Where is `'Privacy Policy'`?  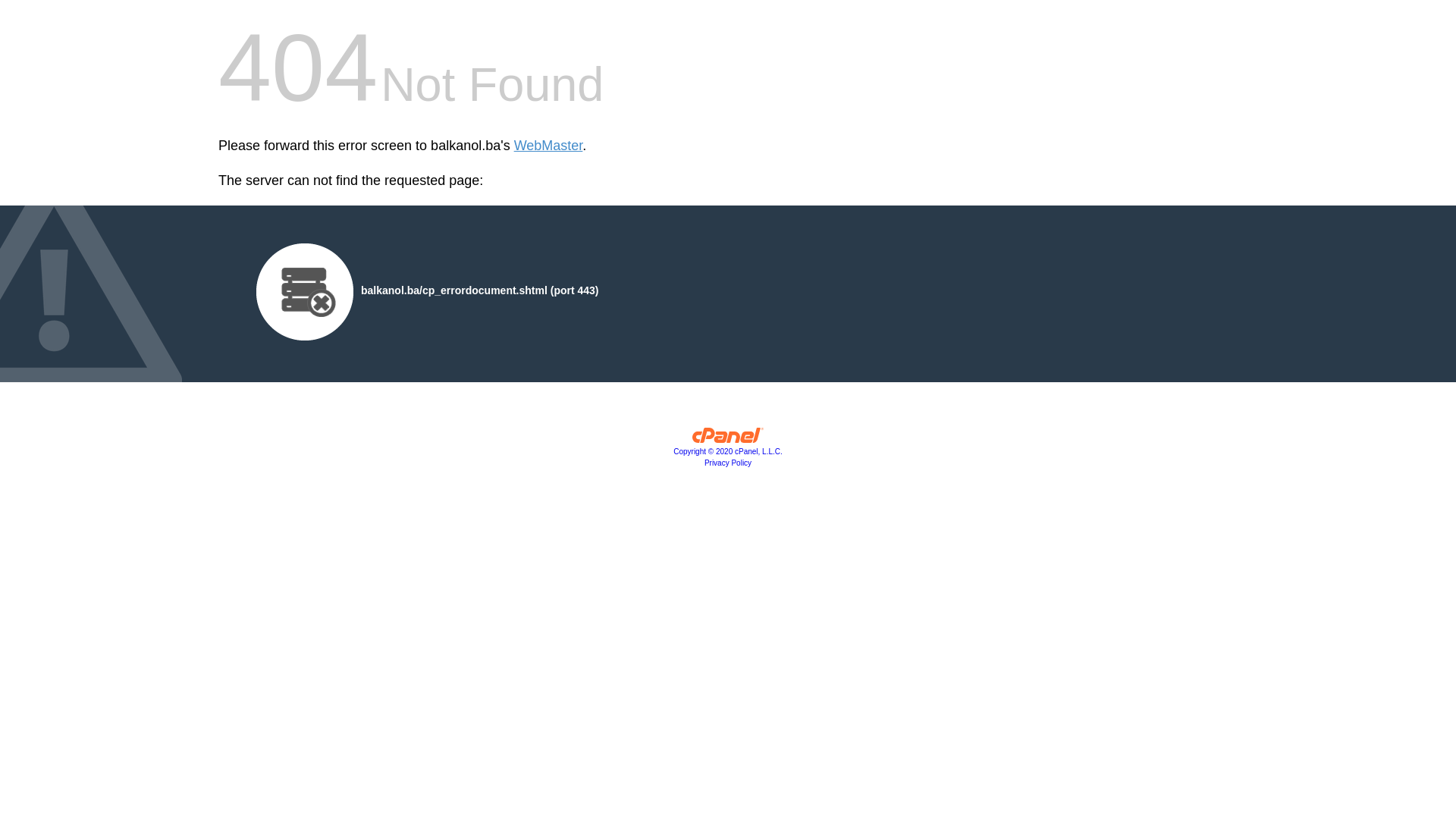 'Privacy Policy' is located at coordinates (728, 462).